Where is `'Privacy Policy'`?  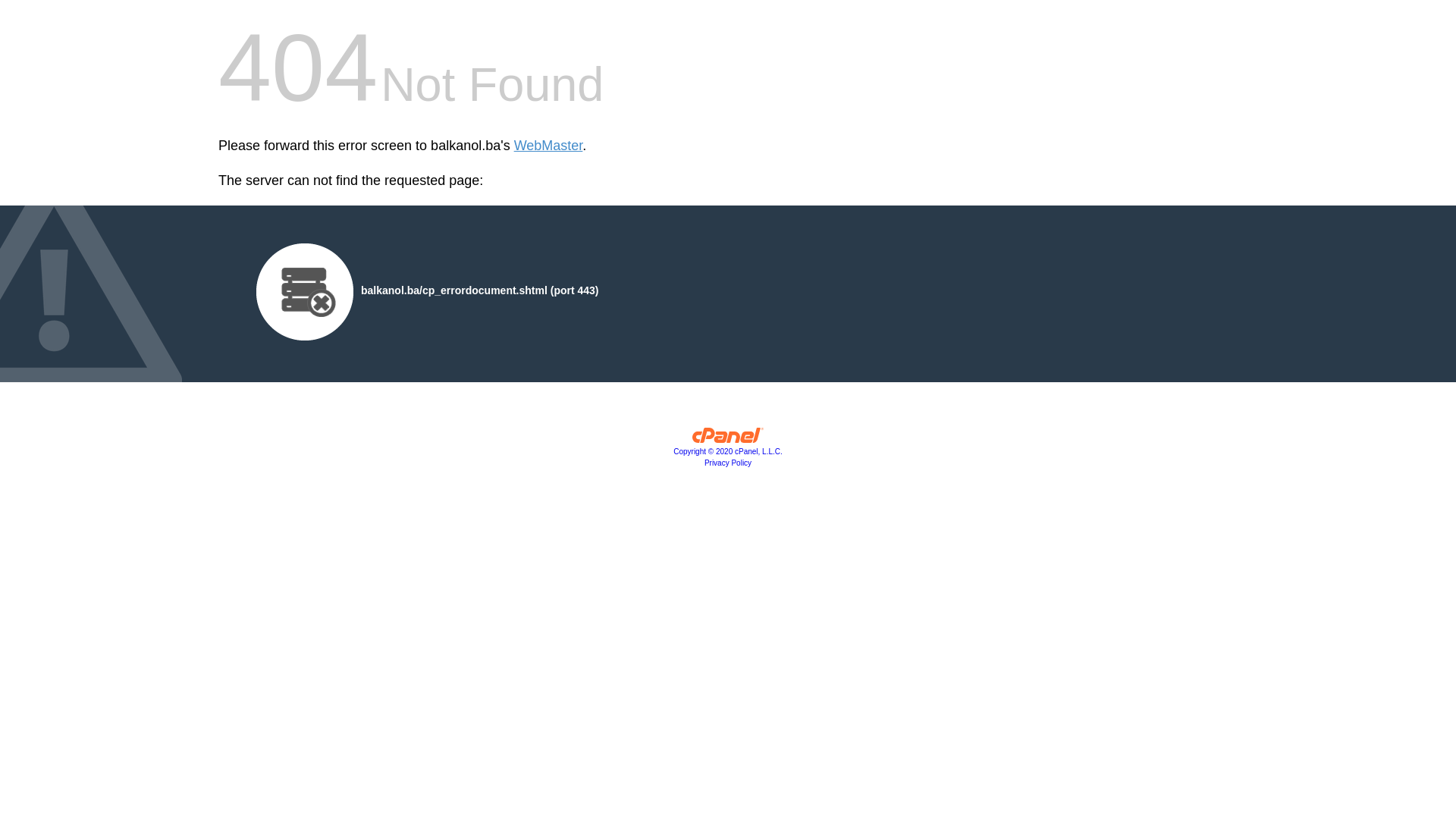 'Privacy Policy' is located at coordinates (728, 462).